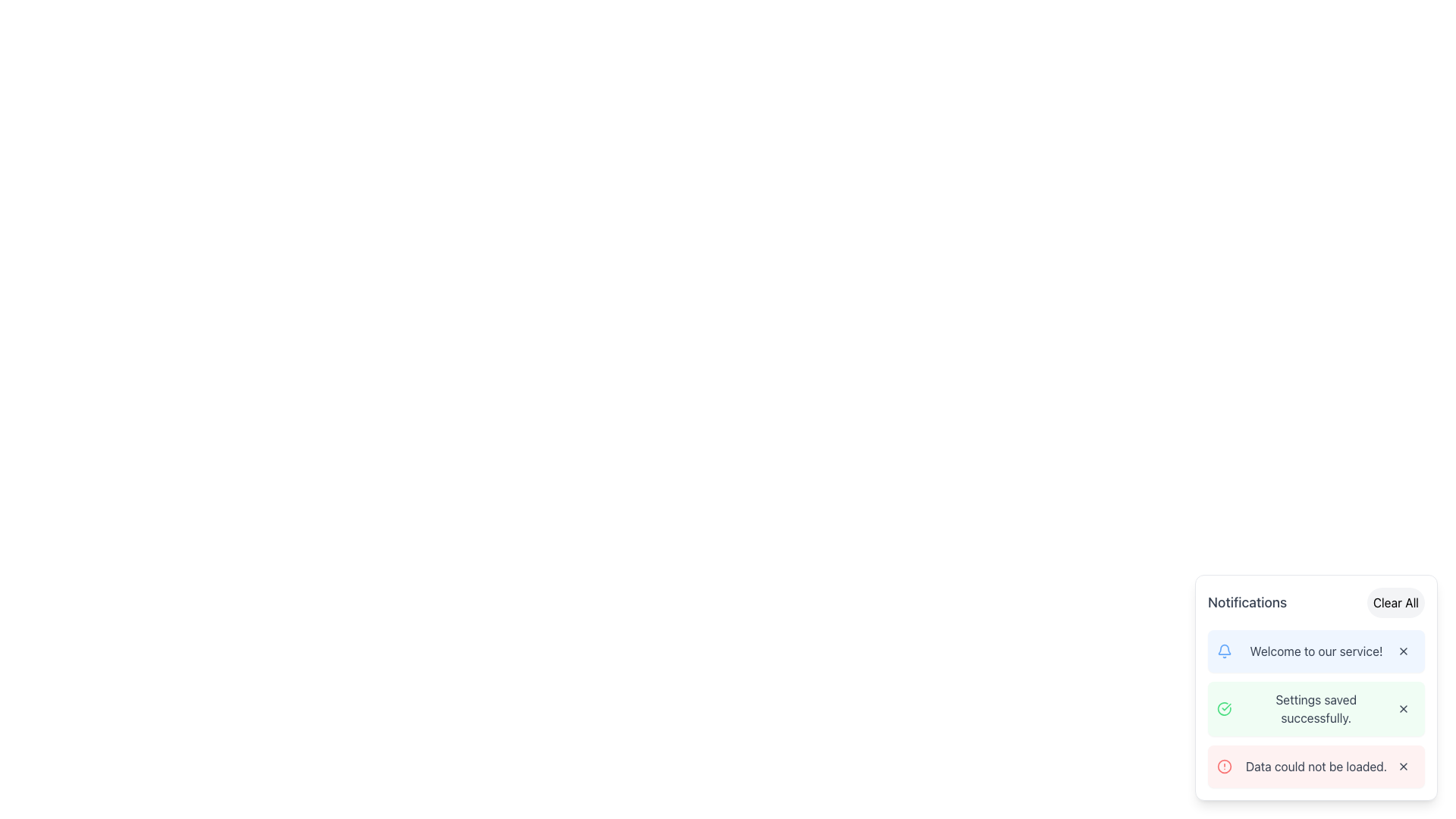 The height and width of the screenshot is (819, 1456). I want to click on the error alert icon located in the bottommost notification item of the 'Notifications' popup, which is positioned to the left of the text 'Data could not be loaded.', so click(1224, 766).